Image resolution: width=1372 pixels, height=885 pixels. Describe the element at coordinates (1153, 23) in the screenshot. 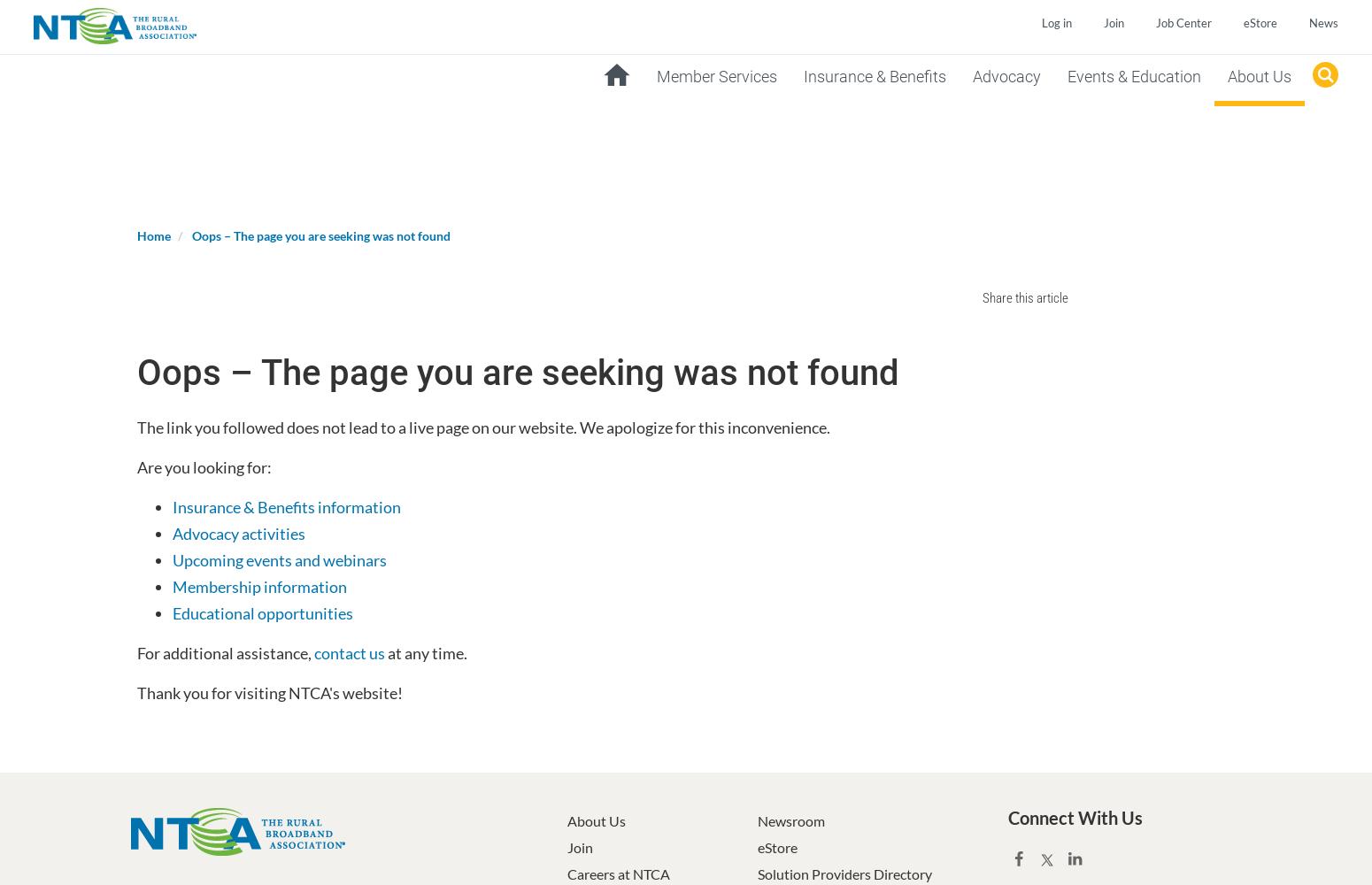

I see `'Job Center'` at that location.